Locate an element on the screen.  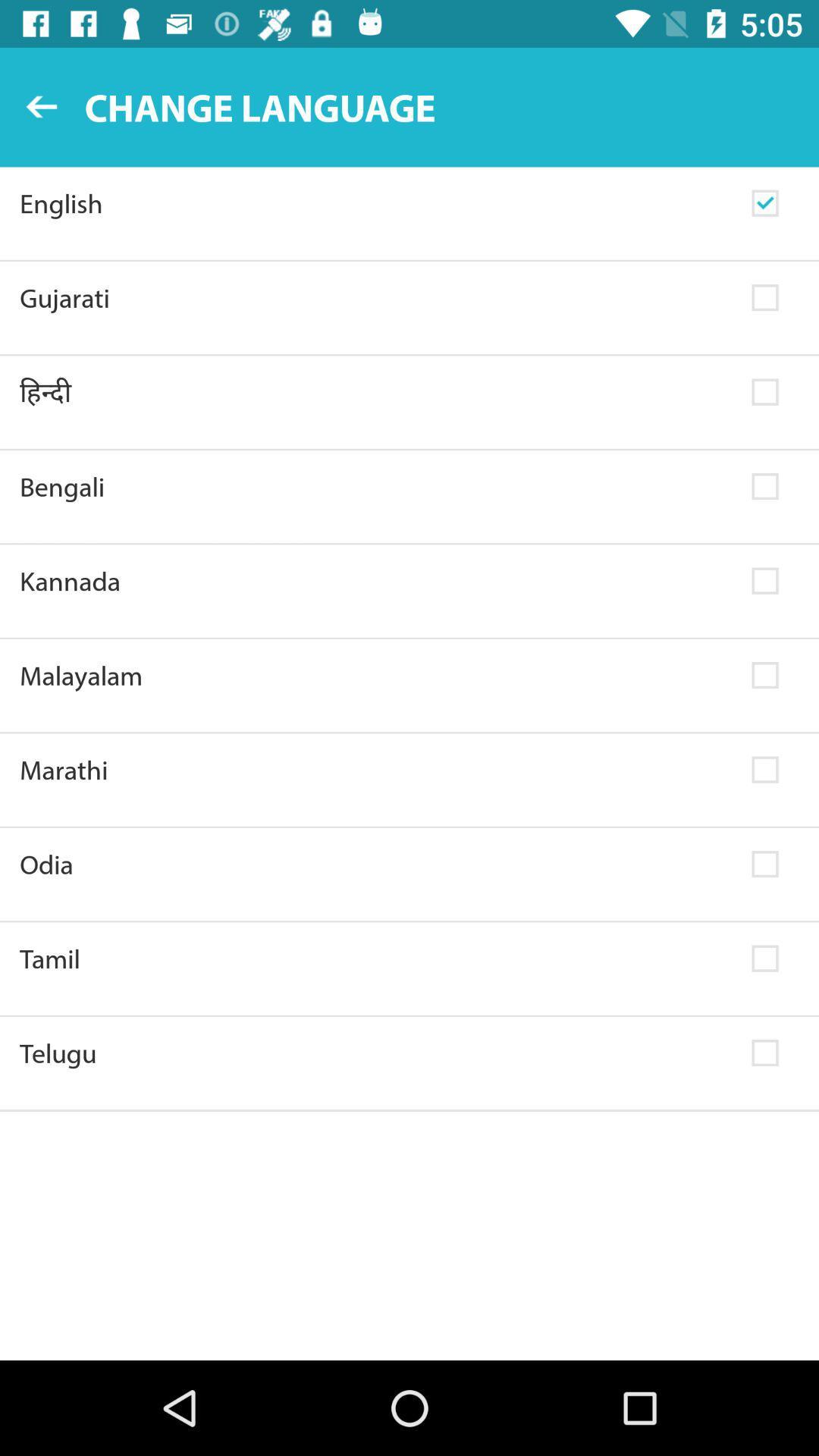
malayalam icon is located at coordinates (375, 675).